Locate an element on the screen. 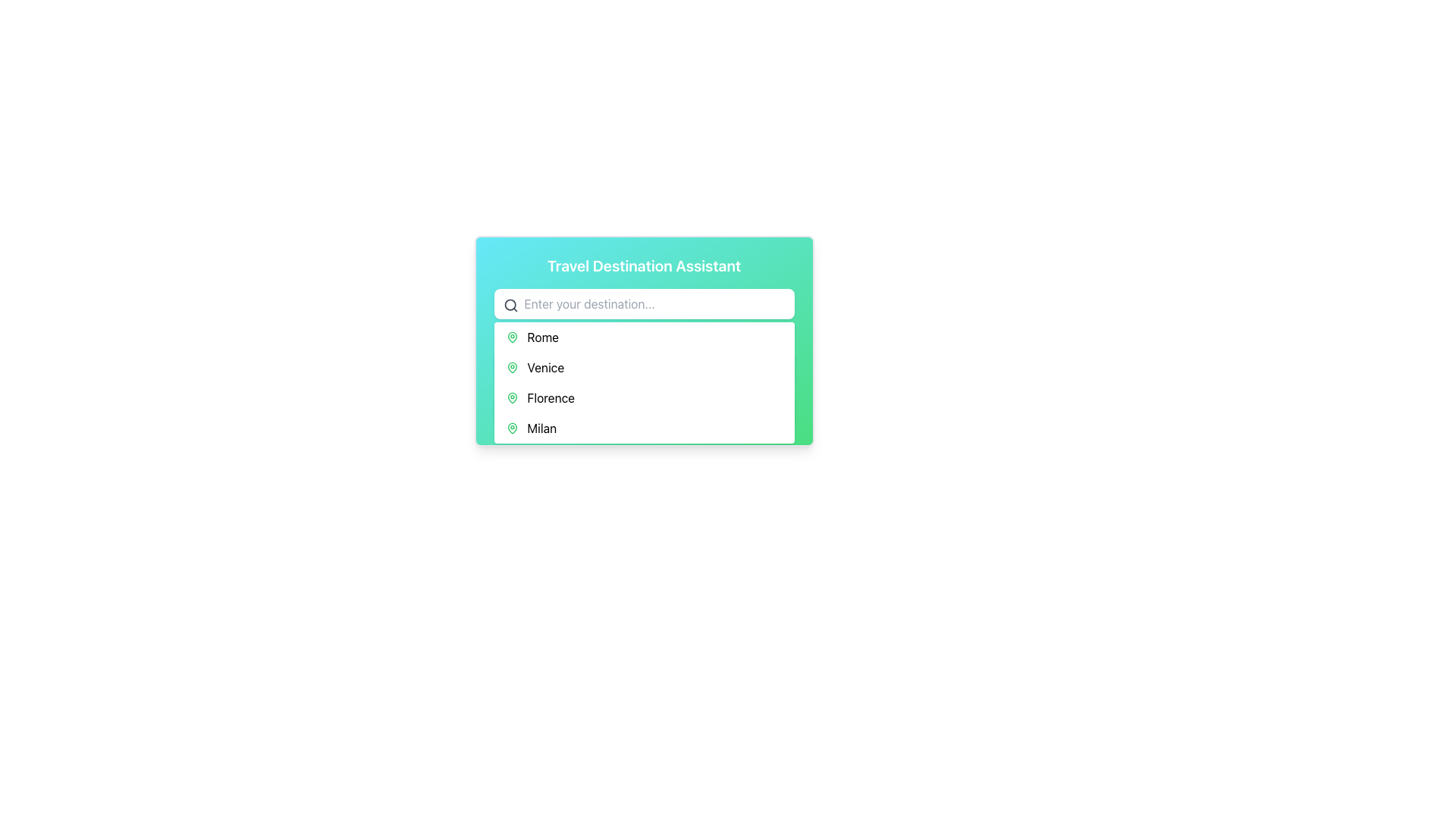  the green map pin icon located to the left of the text 'Florence' in the dropdown menu is located at coordinates (512, 397).